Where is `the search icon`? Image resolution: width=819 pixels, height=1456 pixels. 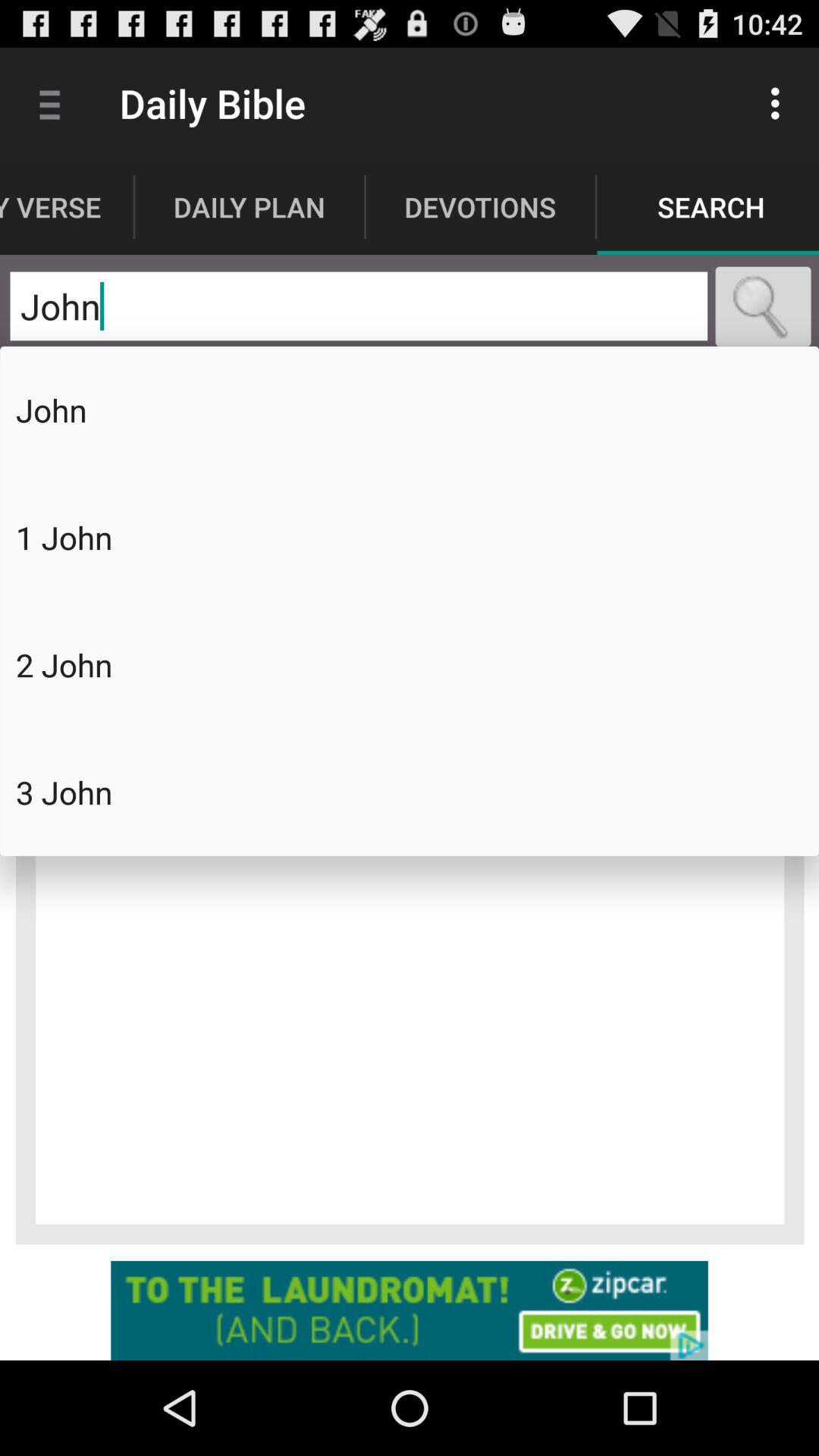 the search icon is located at coordinates (763, 327).